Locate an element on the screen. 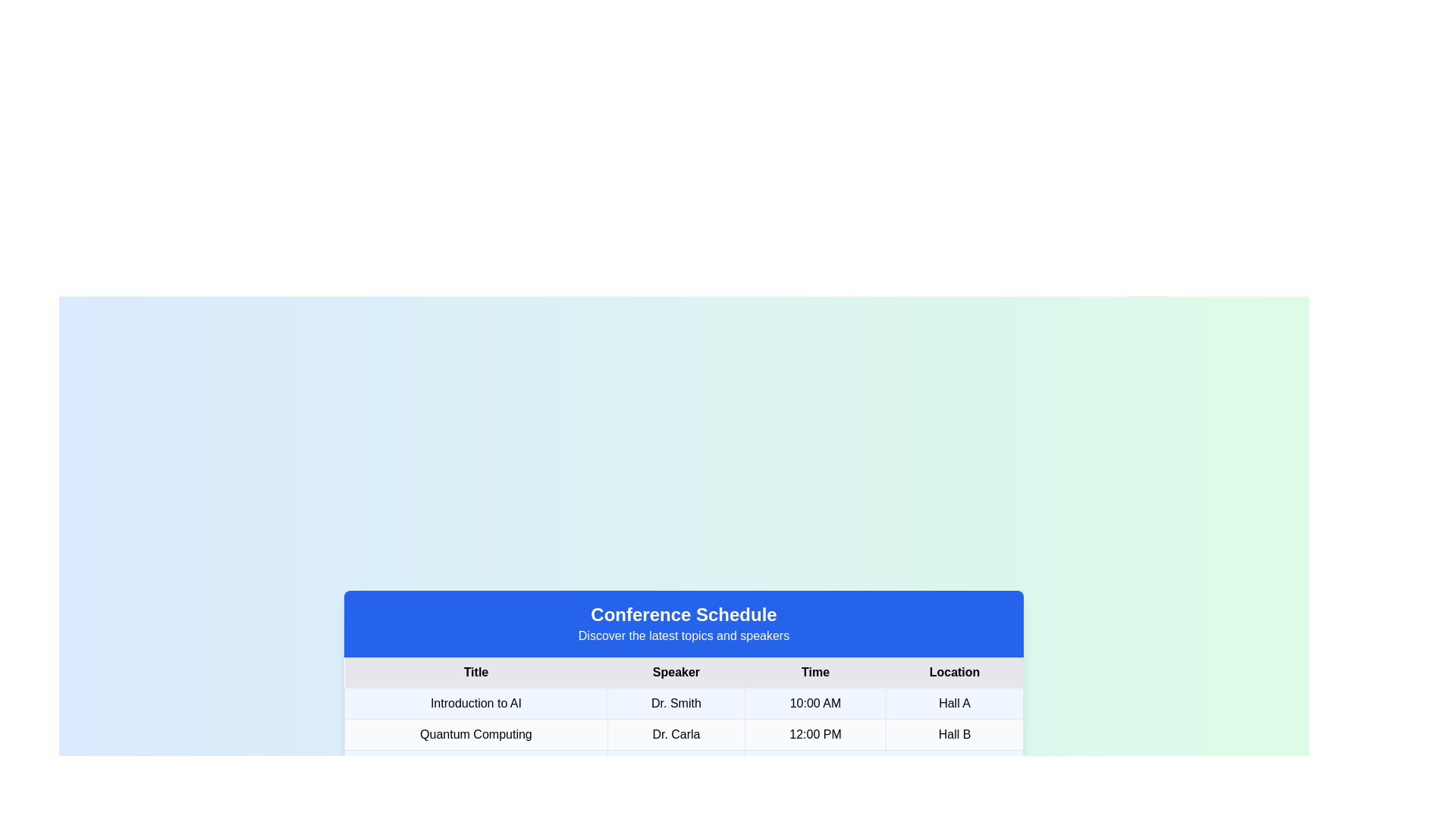  the text label displaying 'Quantum Computing', which is styled with black text on a white background and located in the second row under the 'Title' column of the conference schedule is located at coordinates (475, 733).